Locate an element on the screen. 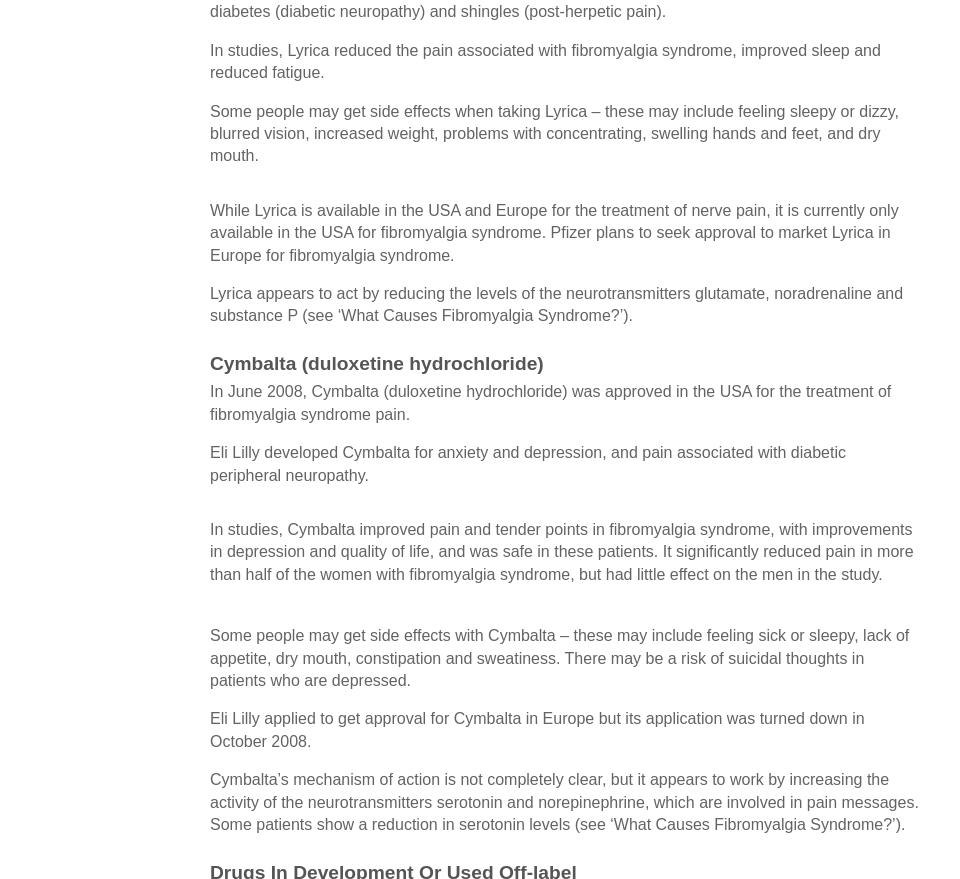 Image resolution: width=960 pixels, height=879 pixels. 'In studies, Cymbalta improved pain and tender points in fibromyalgia syndrome, with improvements in depression and quality of life, and was safe in these patients. It significantly reduced pain in more than half of the women with fibromyalgia syndrome, but had little effect on the men in the study.' is located at coordinates (210, 551).